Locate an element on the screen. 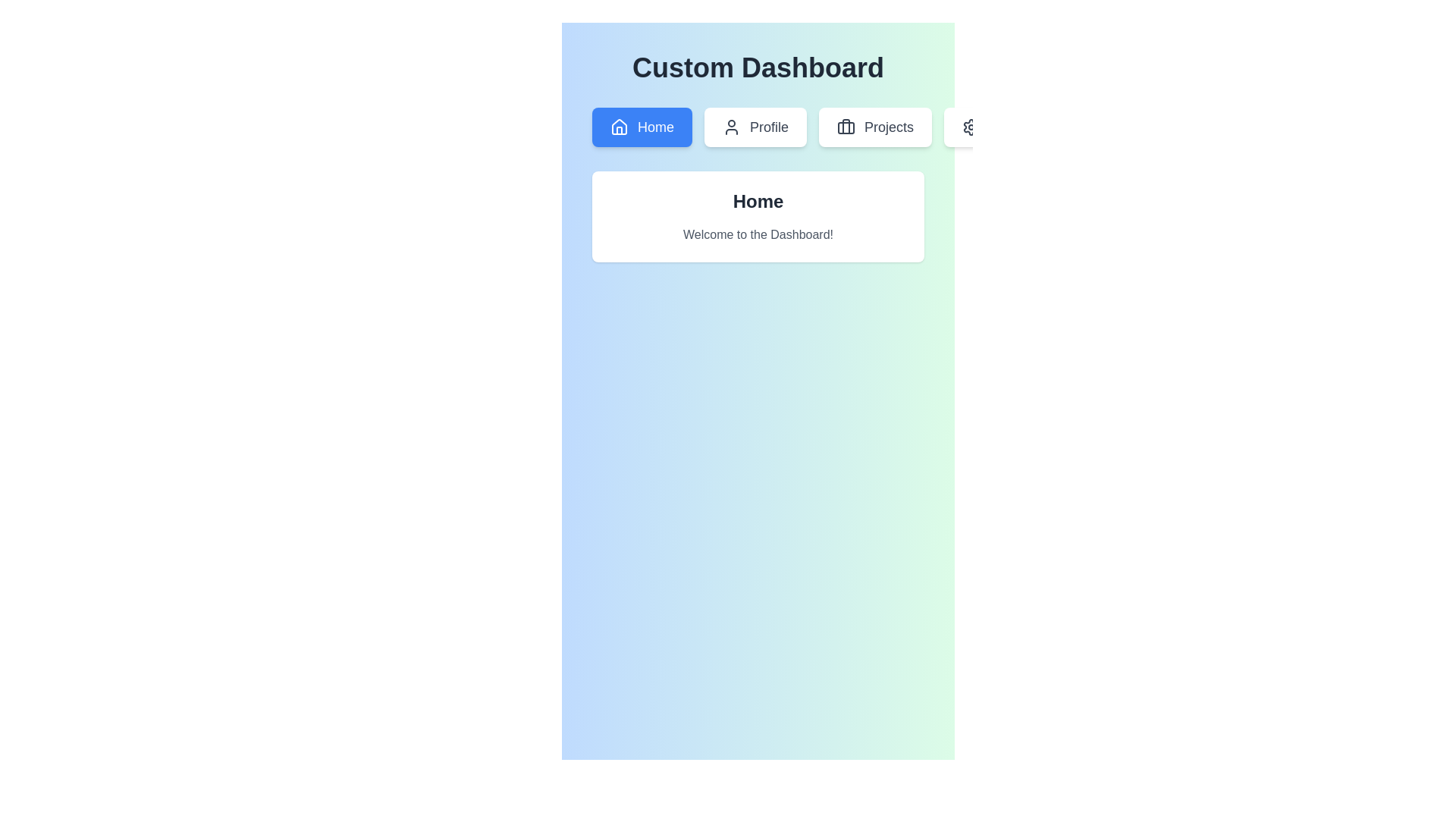 The width and height of the screenshot is (1456, 819). the house icon located inside the blue 'Home' button at the top of the navigation bar by moving the cursor to its center point is located at coordinates (619, 125).